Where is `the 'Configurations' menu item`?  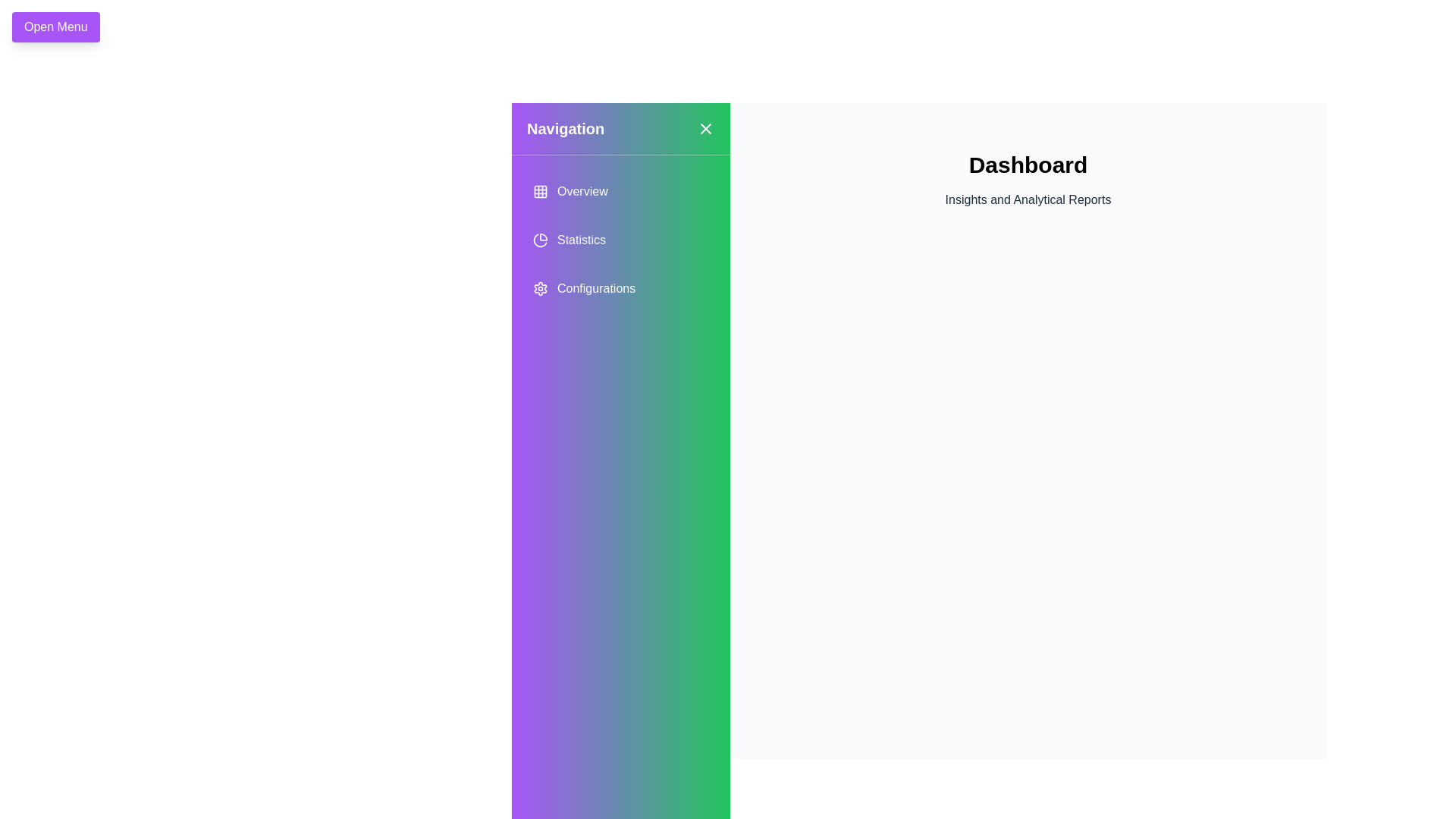
the 'Configurations' menu item is located at coordinates (621, 289).